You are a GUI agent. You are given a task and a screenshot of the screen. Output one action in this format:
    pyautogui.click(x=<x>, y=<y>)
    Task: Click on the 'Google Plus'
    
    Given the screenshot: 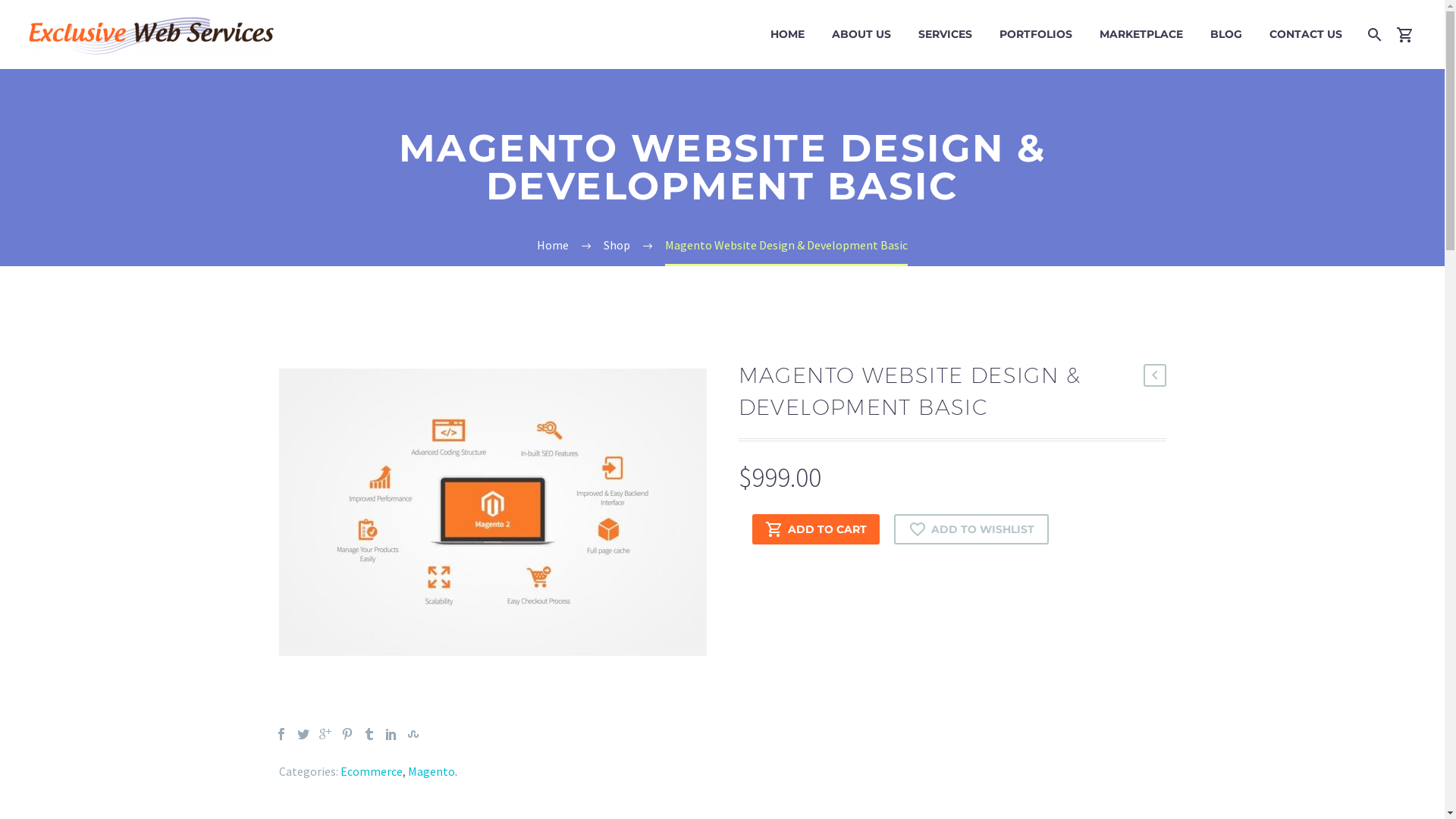 What is the action you would take?
    pyautogui.click(x=323, y=733)
    